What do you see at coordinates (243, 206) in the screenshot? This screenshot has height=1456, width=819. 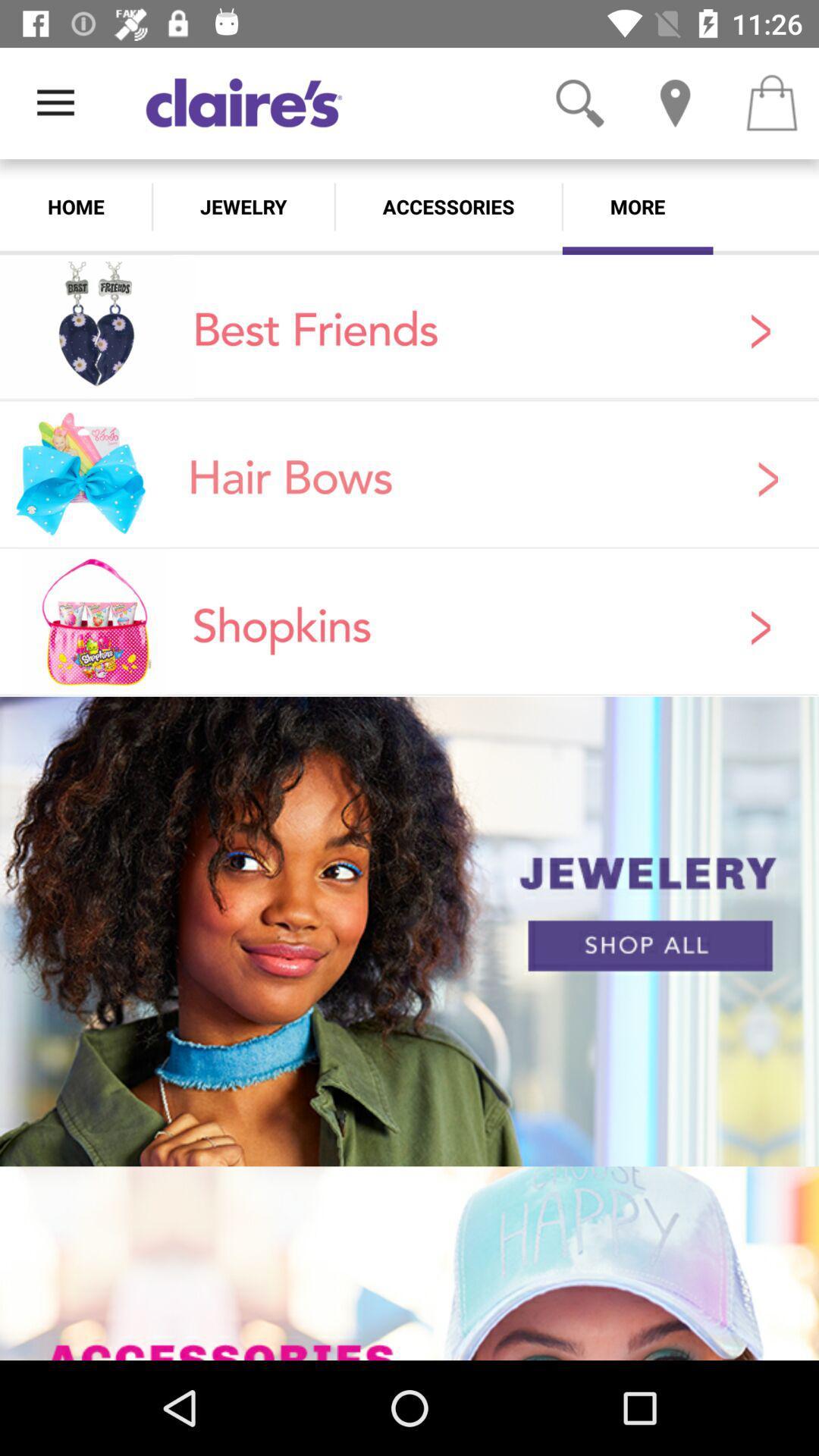 I see `the app to the left of accessories app` at bounding box center [243, 206].